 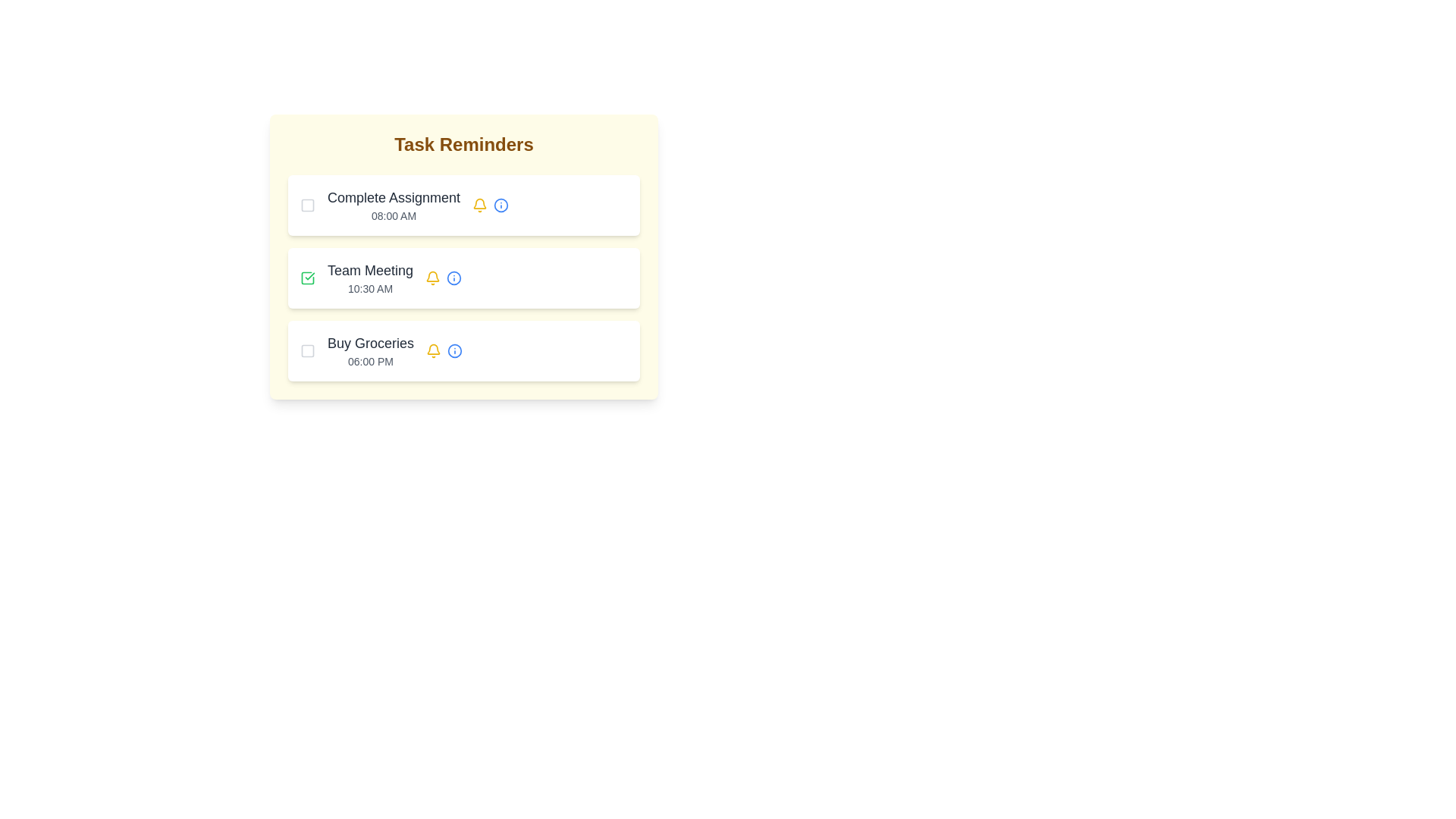 I want to click on the scheduled time label for the 'Team Meeting' event, which is the second item in the reminders list, directly beneath the 'Team Meeting' title, so click(x=370, y=289).